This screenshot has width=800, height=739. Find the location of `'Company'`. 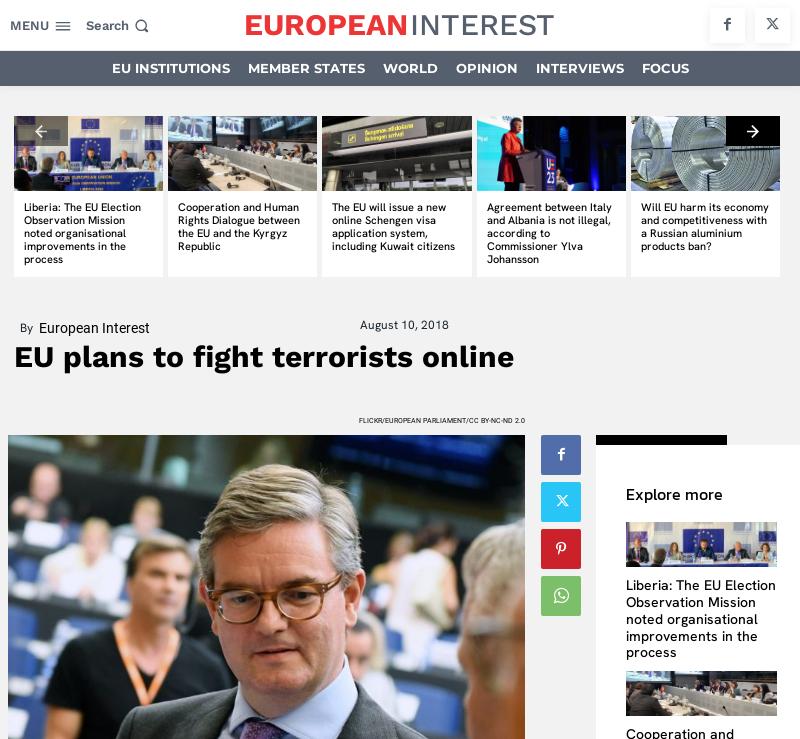

'Company' is located at coordinates (412, 422).